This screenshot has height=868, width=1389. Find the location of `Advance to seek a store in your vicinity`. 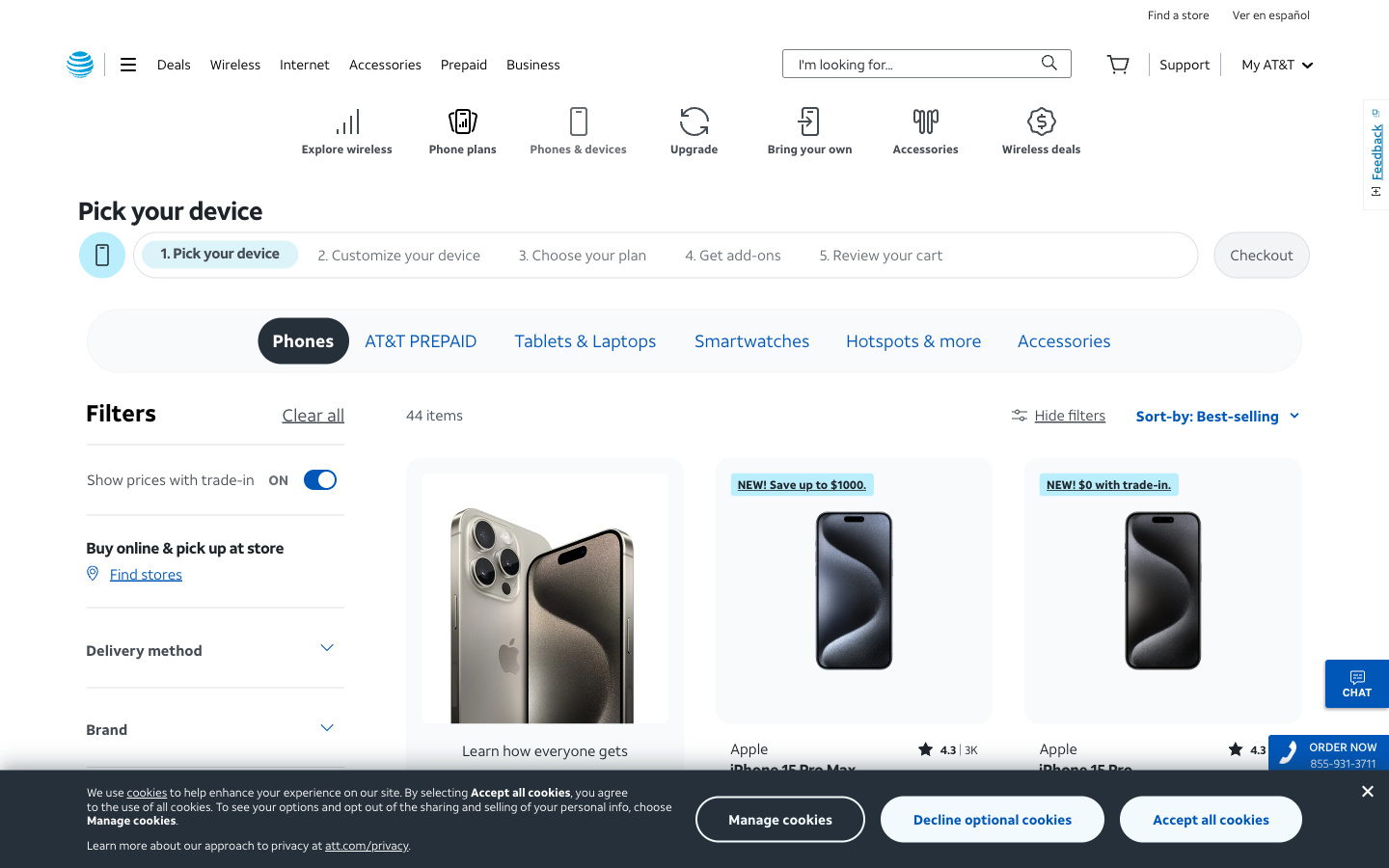

Advance to seek a store in your vicinity is located at coordinates (1177, 14).